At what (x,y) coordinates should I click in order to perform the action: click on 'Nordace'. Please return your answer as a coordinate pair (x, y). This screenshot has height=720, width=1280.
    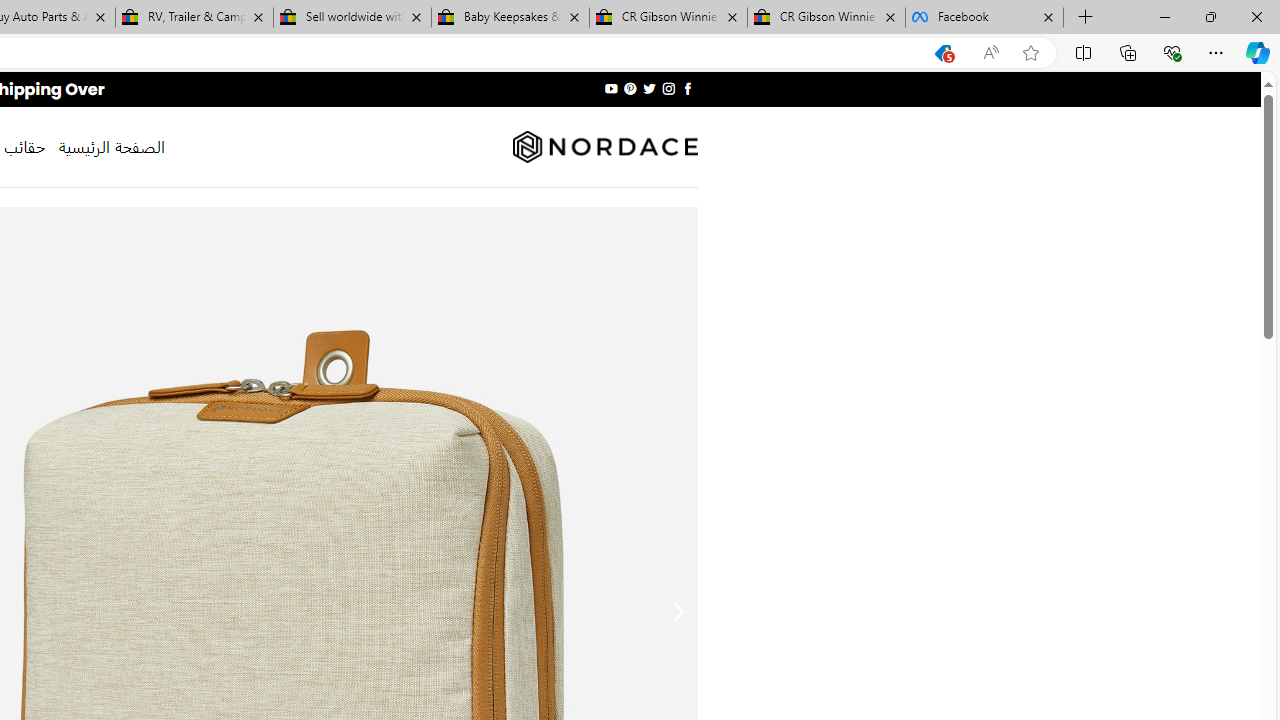
    Looking at the image, I should click on (603, 146).